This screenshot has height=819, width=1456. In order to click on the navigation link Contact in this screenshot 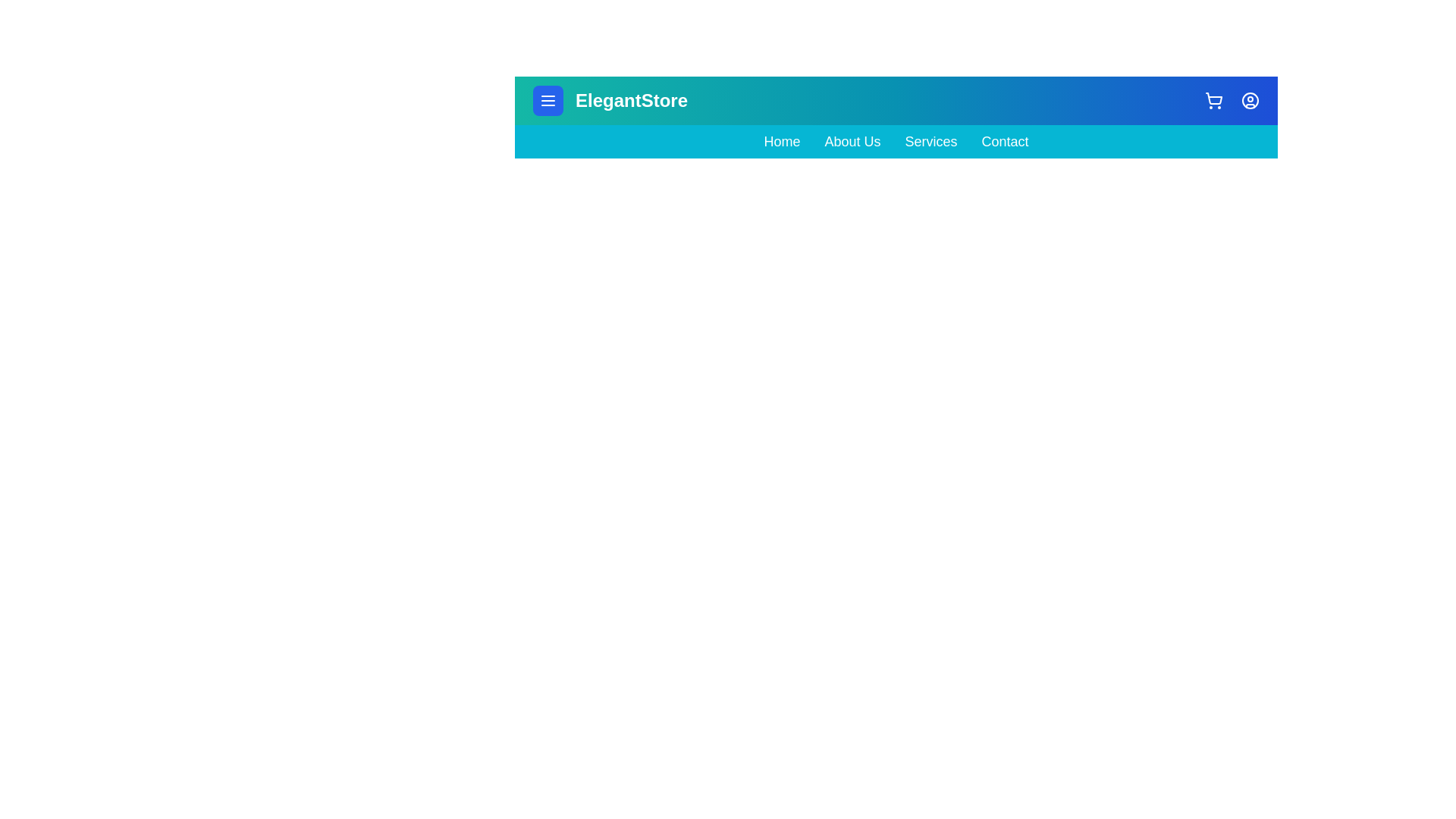, I will do `click(1005, 141)`.